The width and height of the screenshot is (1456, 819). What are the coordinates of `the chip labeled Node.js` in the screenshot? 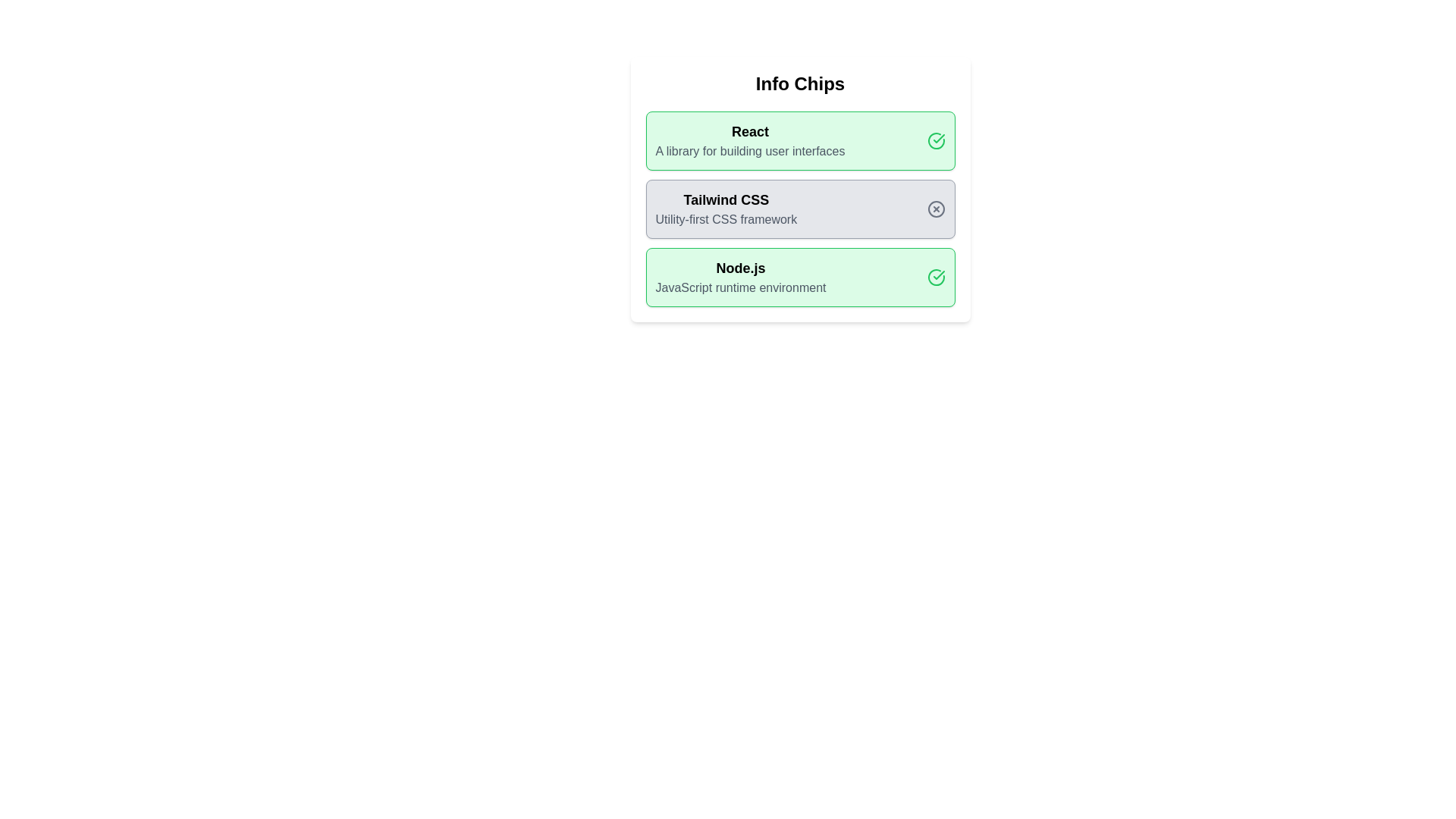 It's located at (799, 278).